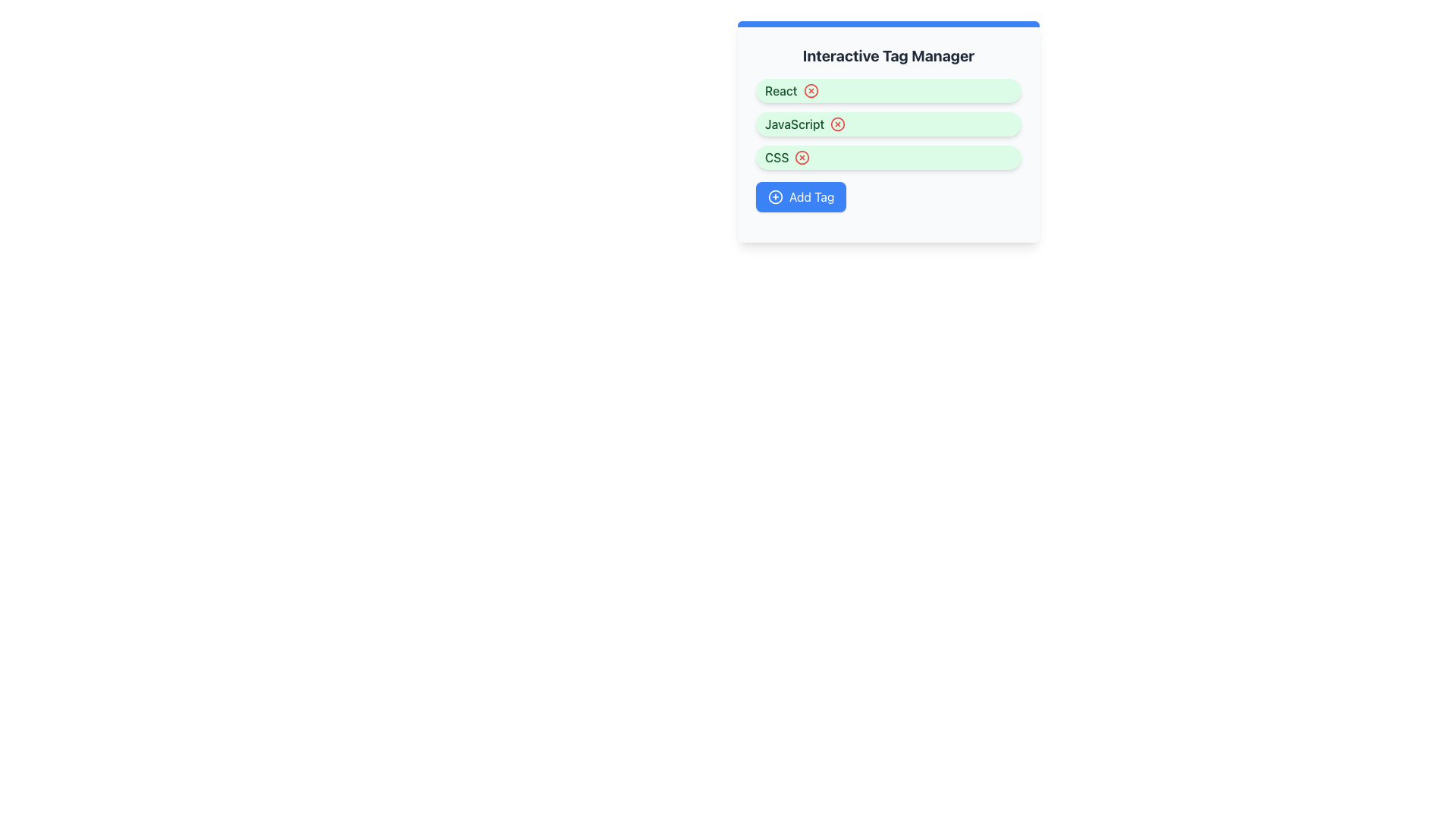  What do you see at coordinates (802, 158) in the screenshot?
I see `the red circular button with an 'X' icon located within the green 'CSS' tag` at bounding box center [802, 158].